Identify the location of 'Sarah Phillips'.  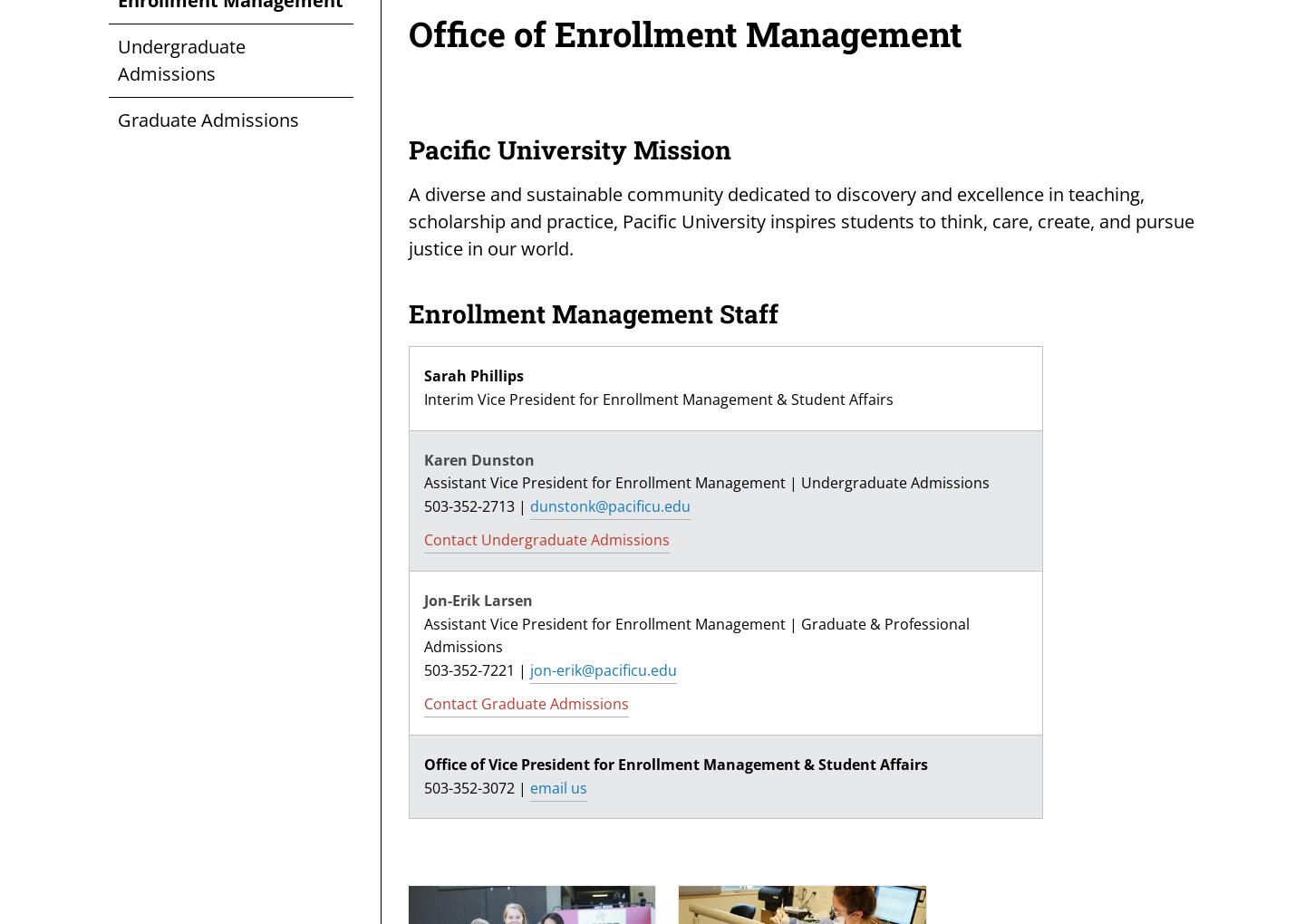
(473, 376).